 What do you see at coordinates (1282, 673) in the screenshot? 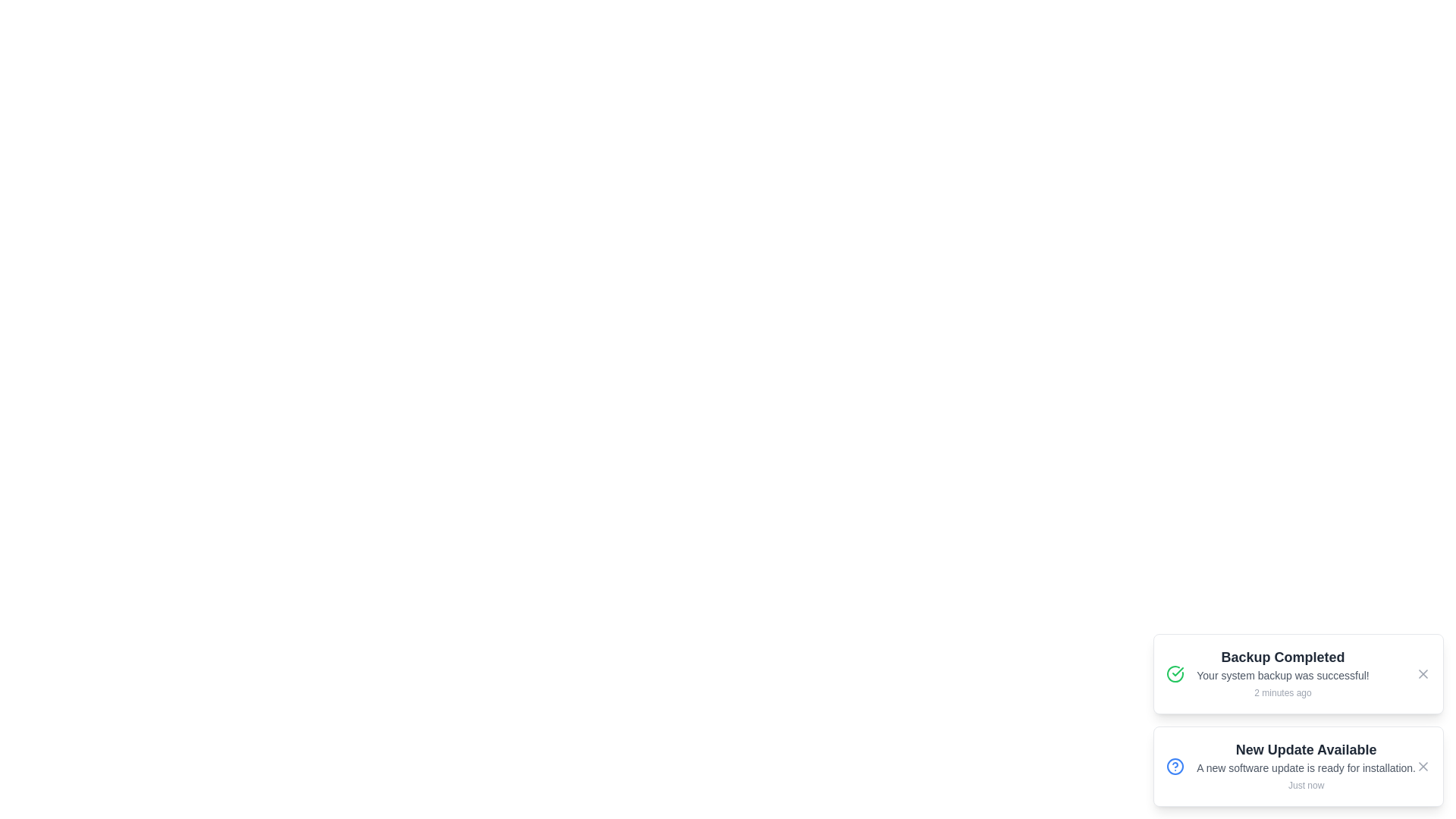
I see `the task title to read its details` at bounding box center [1282, 673].